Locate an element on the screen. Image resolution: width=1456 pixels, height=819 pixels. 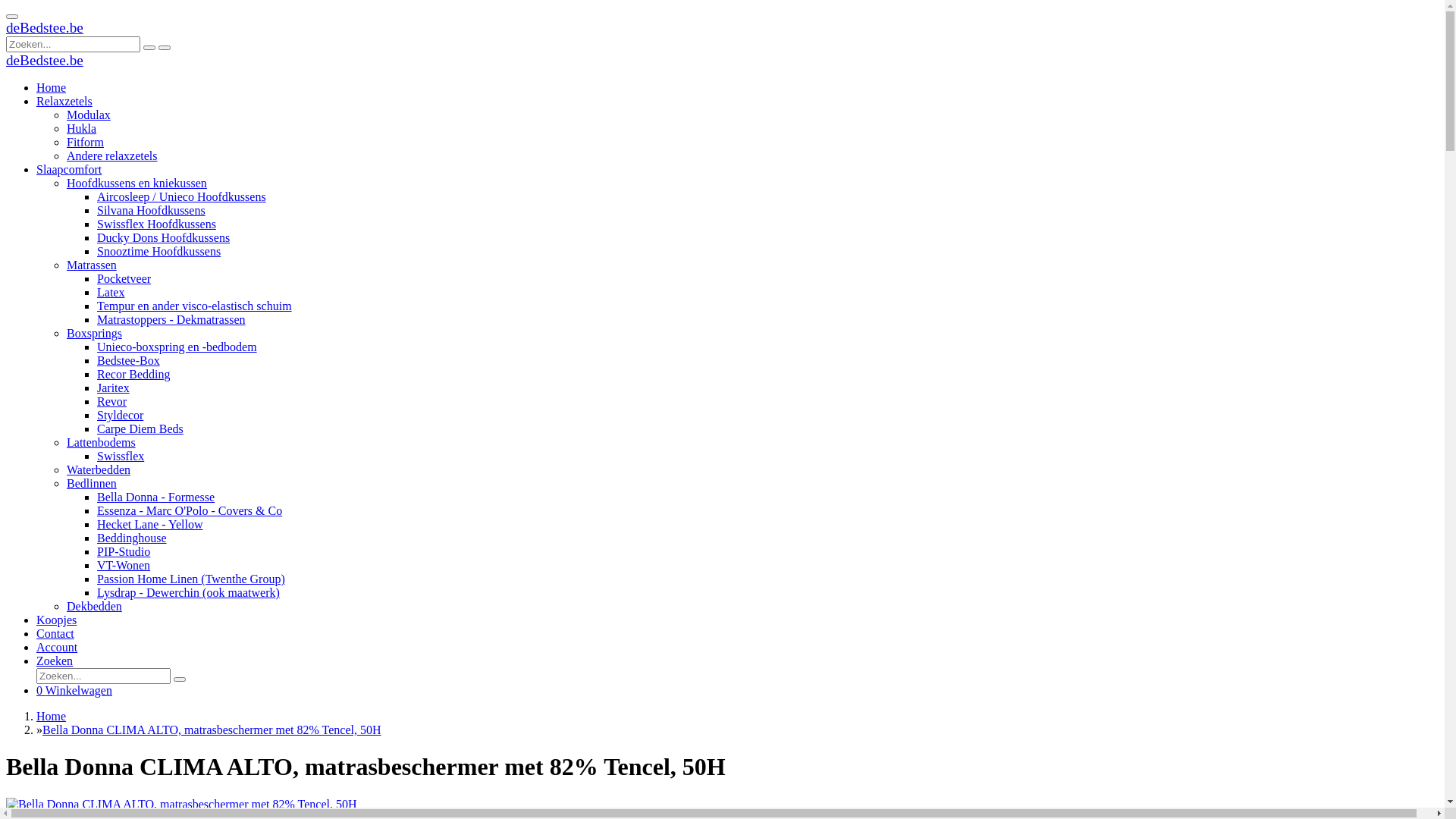
'Essenza - Marc O'Polo - Covers & Co' is located at coordinates (188, 510).